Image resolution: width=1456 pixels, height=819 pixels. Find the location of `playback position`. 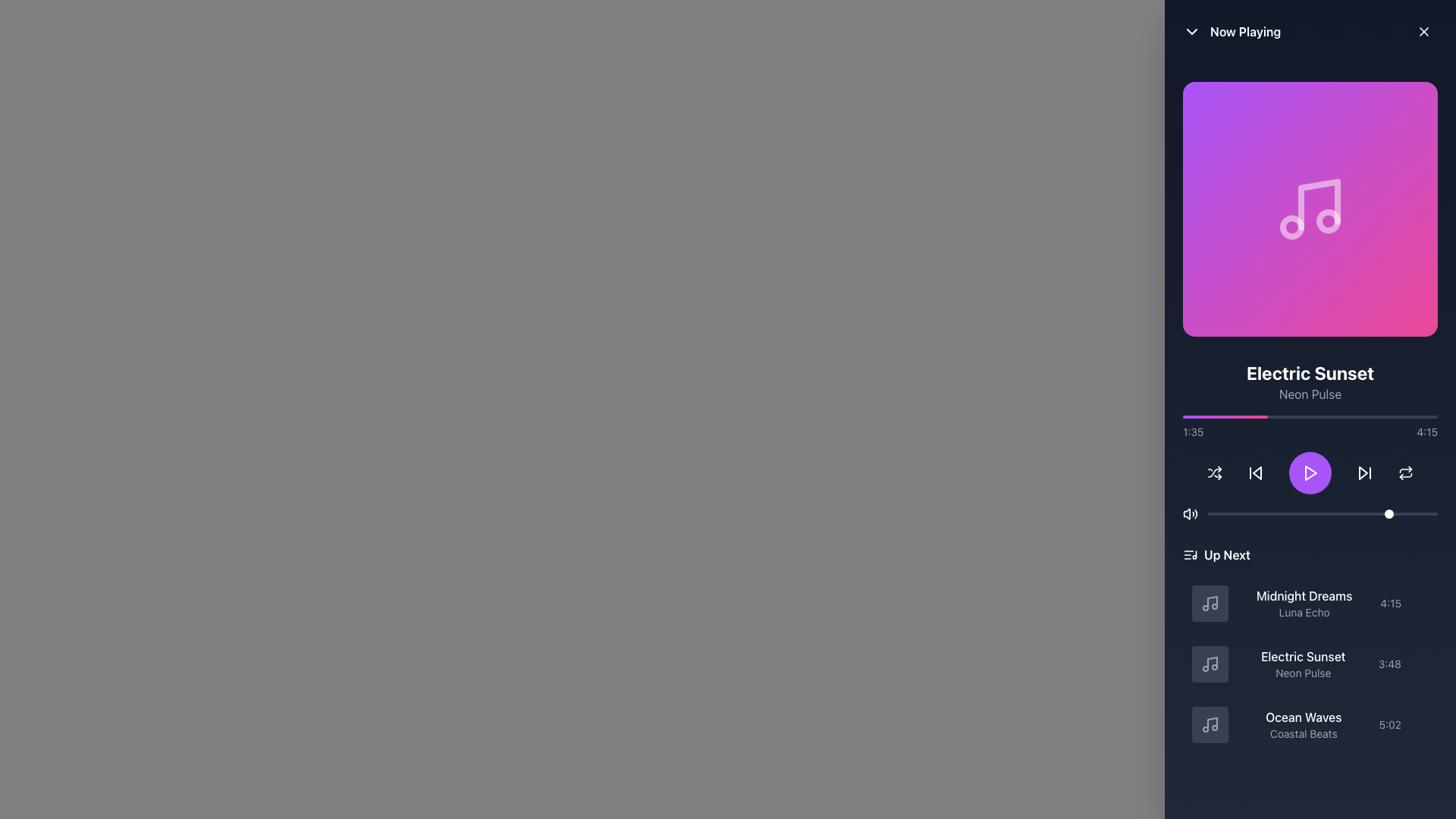

playback position is located at coordinates (1228, 417).